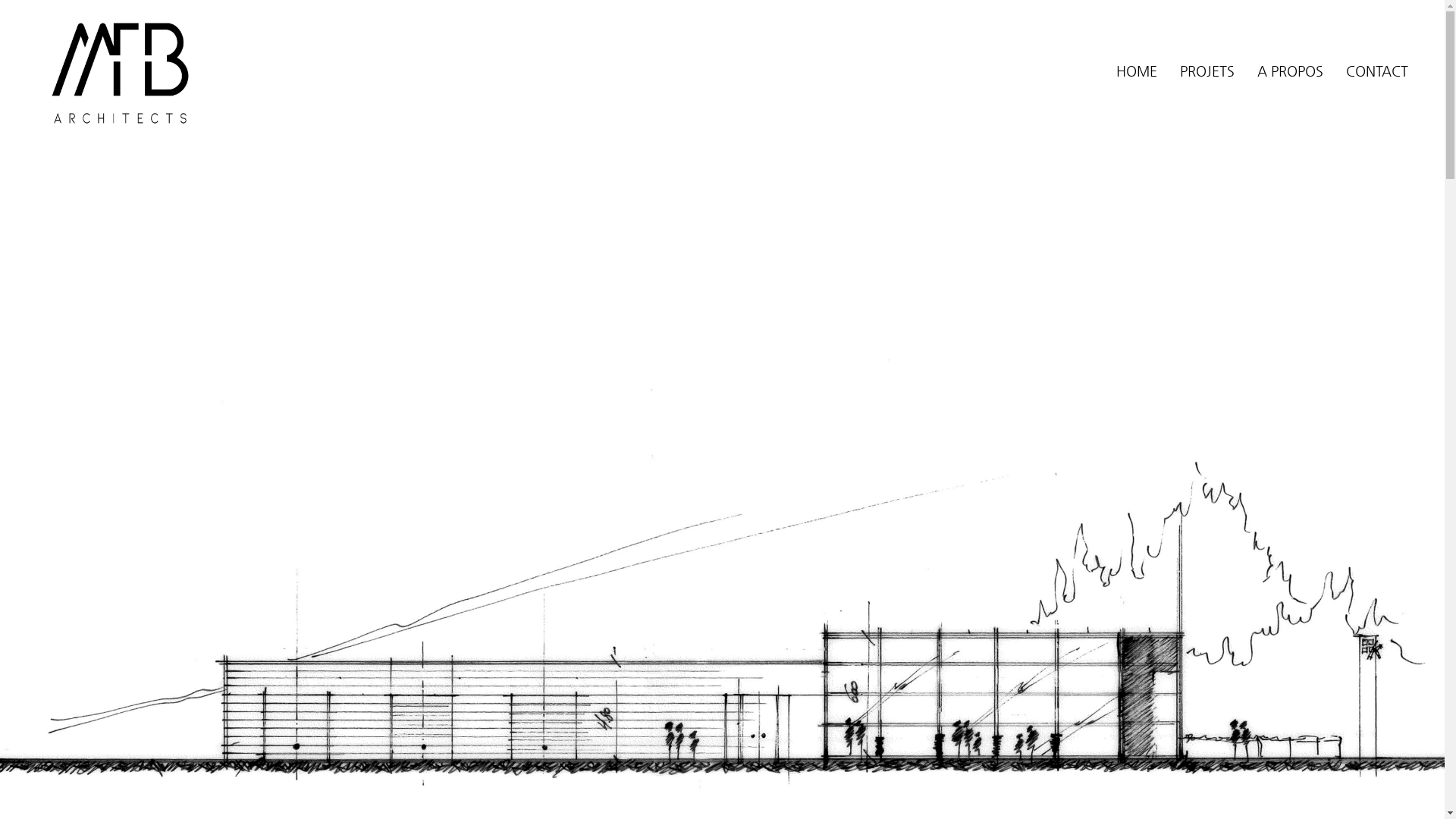  I want to click on 'A PROPOS', so click(1289, 71).